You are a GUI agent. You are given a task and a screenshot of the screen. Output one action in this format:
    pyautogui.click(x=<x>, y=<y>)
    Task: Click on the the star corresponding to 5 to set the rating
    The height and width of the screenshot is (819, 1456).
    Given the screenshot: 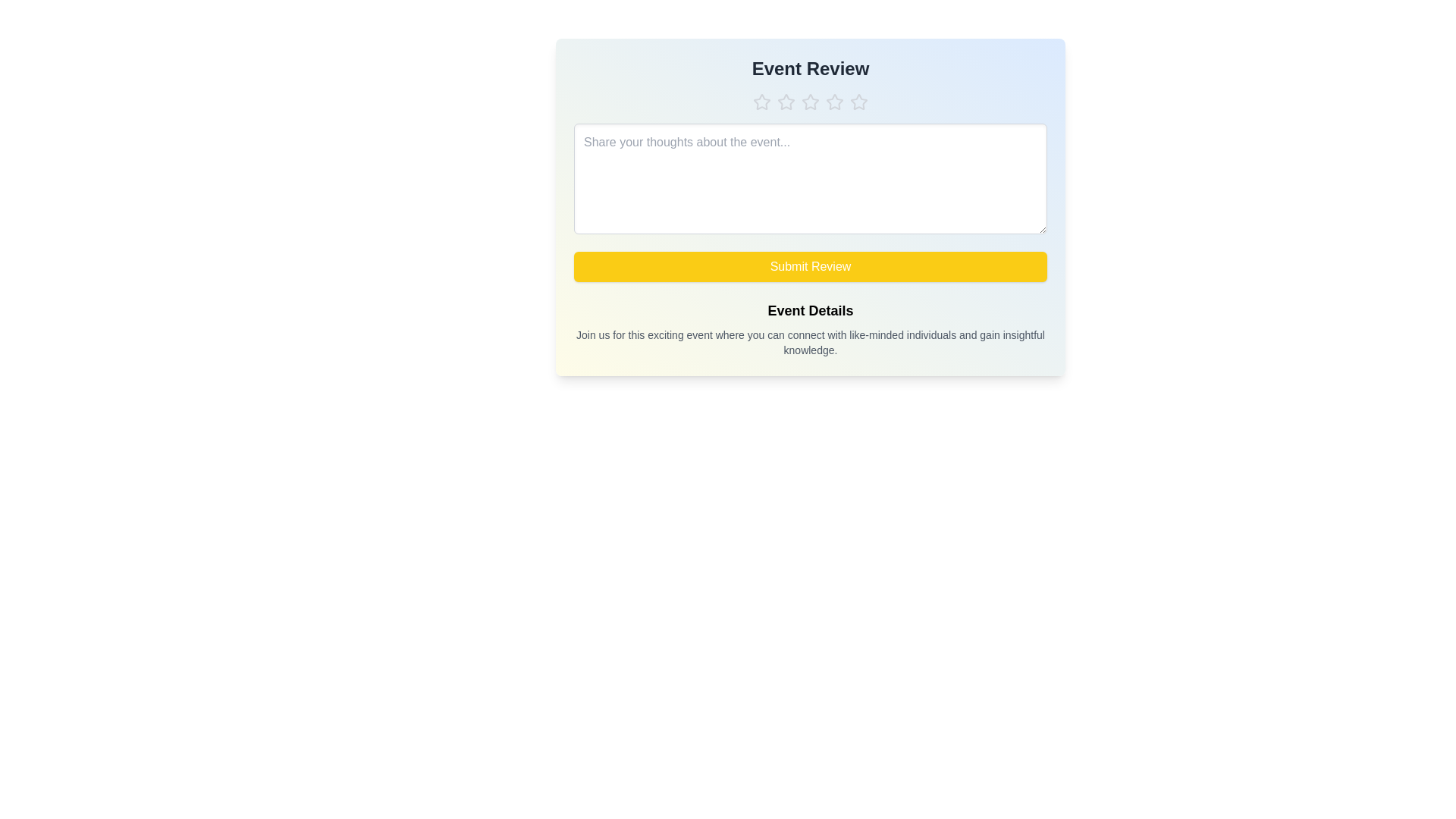 What is the action you would take?
    pyautogui.click(x=858, y=102)
    